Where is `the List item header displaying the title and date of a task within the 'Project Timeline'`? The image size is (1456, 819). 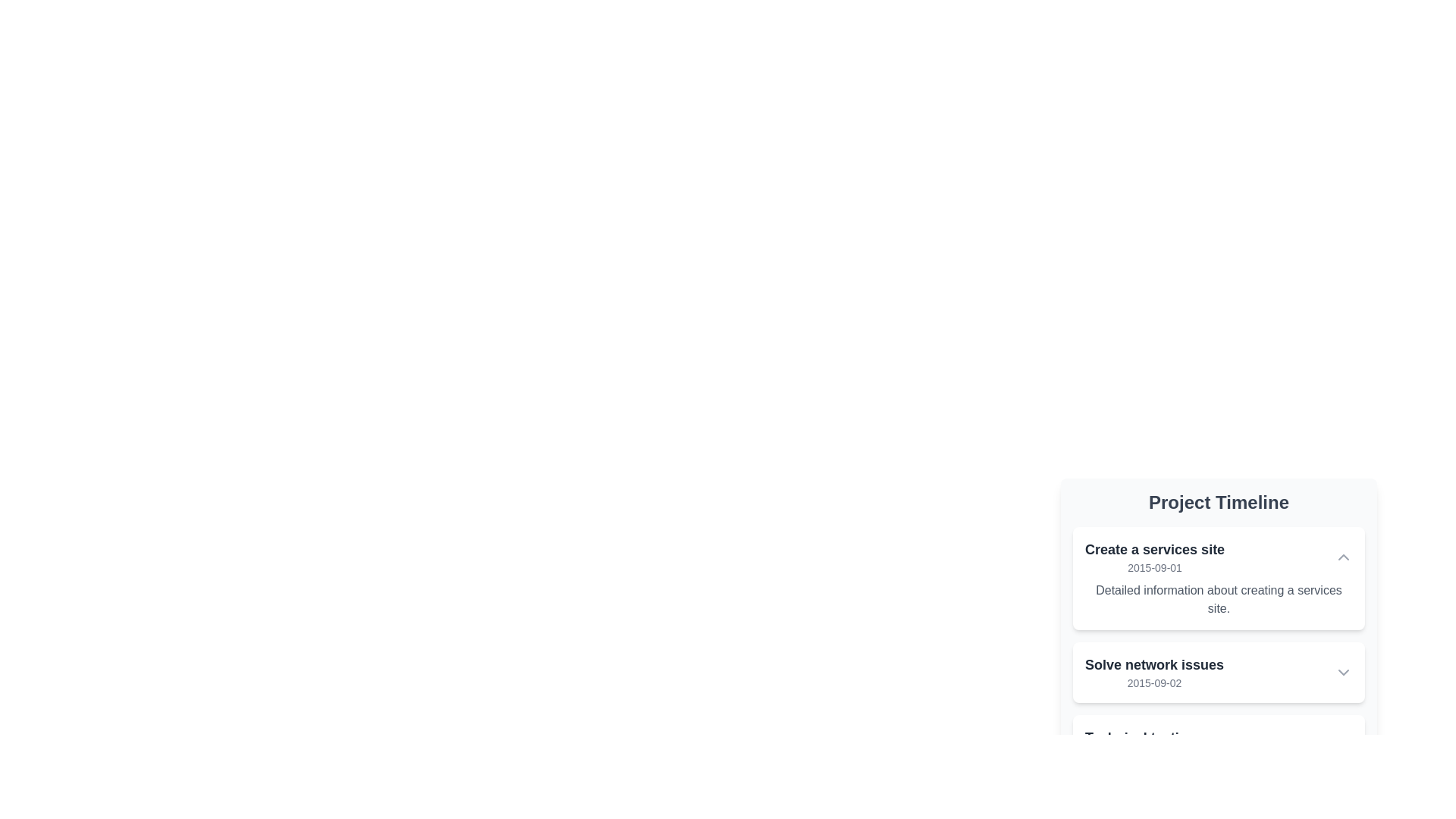 the List item header displaying the title and date of a task within the 'Project Timeline' is located at coordinates (1154, 557).